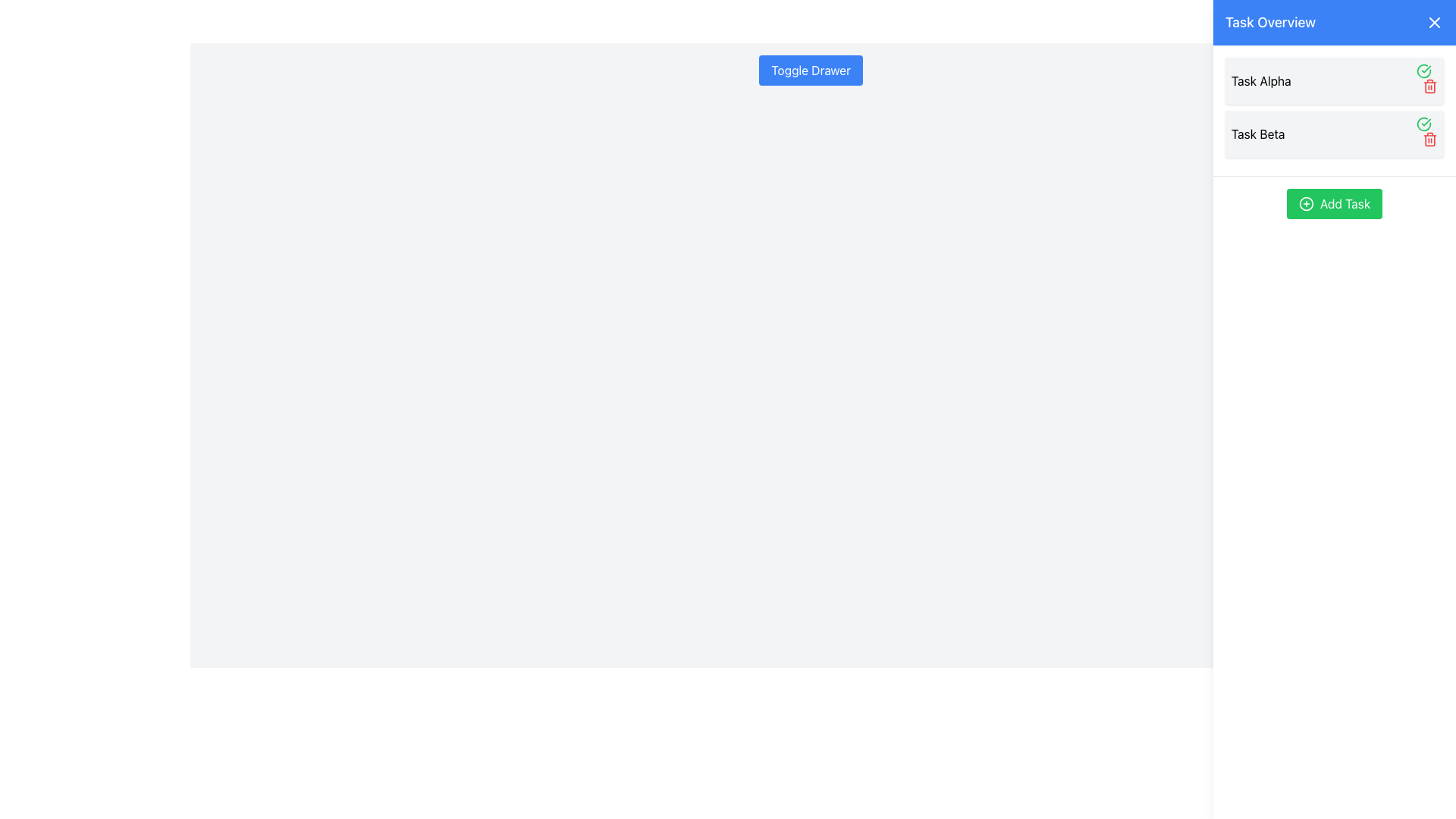 This screenshot has width=1456, height=819. Describe the element at coordinates (1423, 124) in the screenshot. I see `the green circle icon with a checkmark inside, located to the right of the 'Task Beta' label, to mark the task as complete` at that location.